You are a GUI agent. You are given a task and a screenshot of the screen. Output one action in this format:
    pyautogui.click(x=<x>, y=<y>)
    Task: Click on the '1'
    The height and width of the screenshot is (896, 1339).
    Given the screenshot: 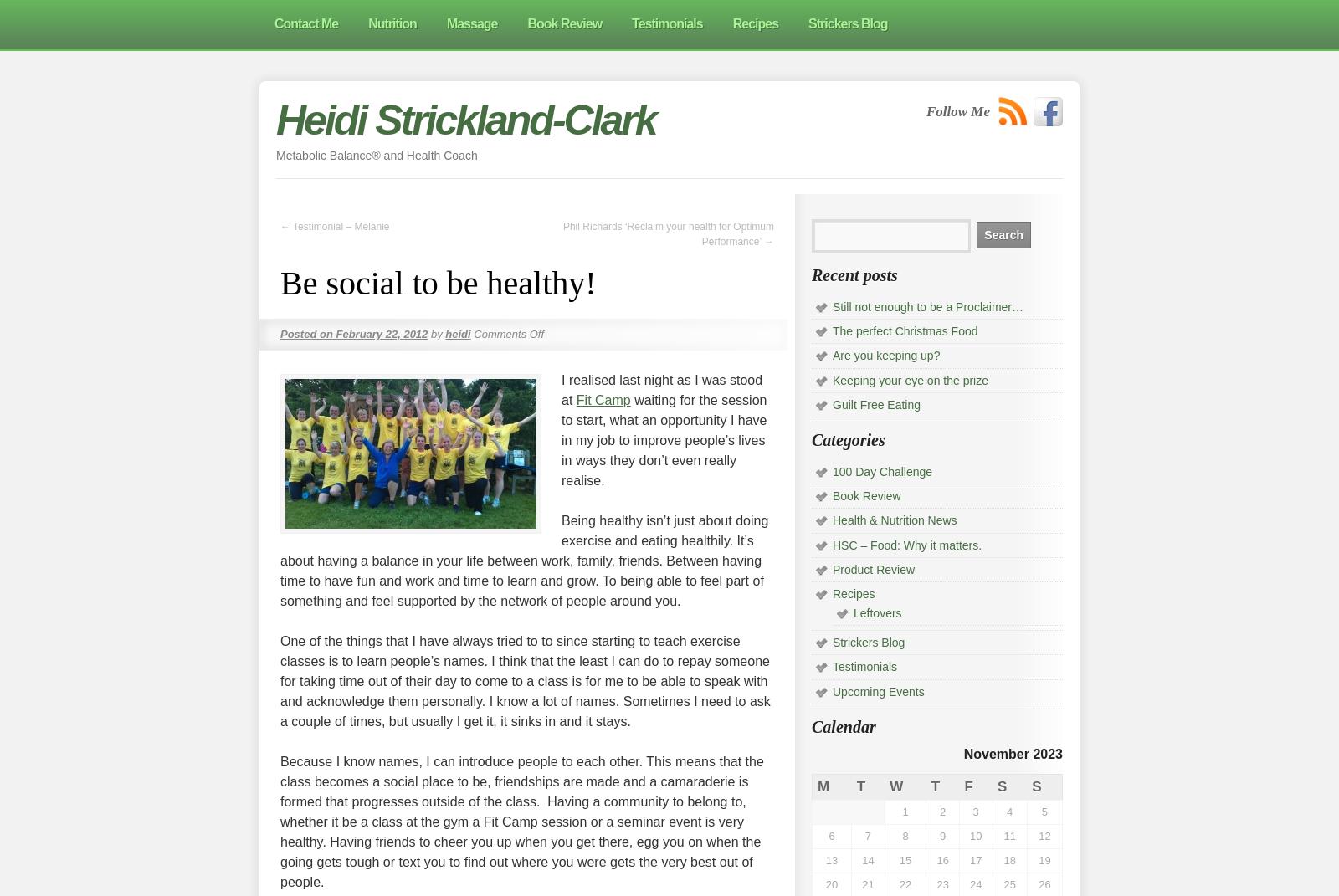 What is the action you would take?
    pyautogui.click(x=905, y=810)
    